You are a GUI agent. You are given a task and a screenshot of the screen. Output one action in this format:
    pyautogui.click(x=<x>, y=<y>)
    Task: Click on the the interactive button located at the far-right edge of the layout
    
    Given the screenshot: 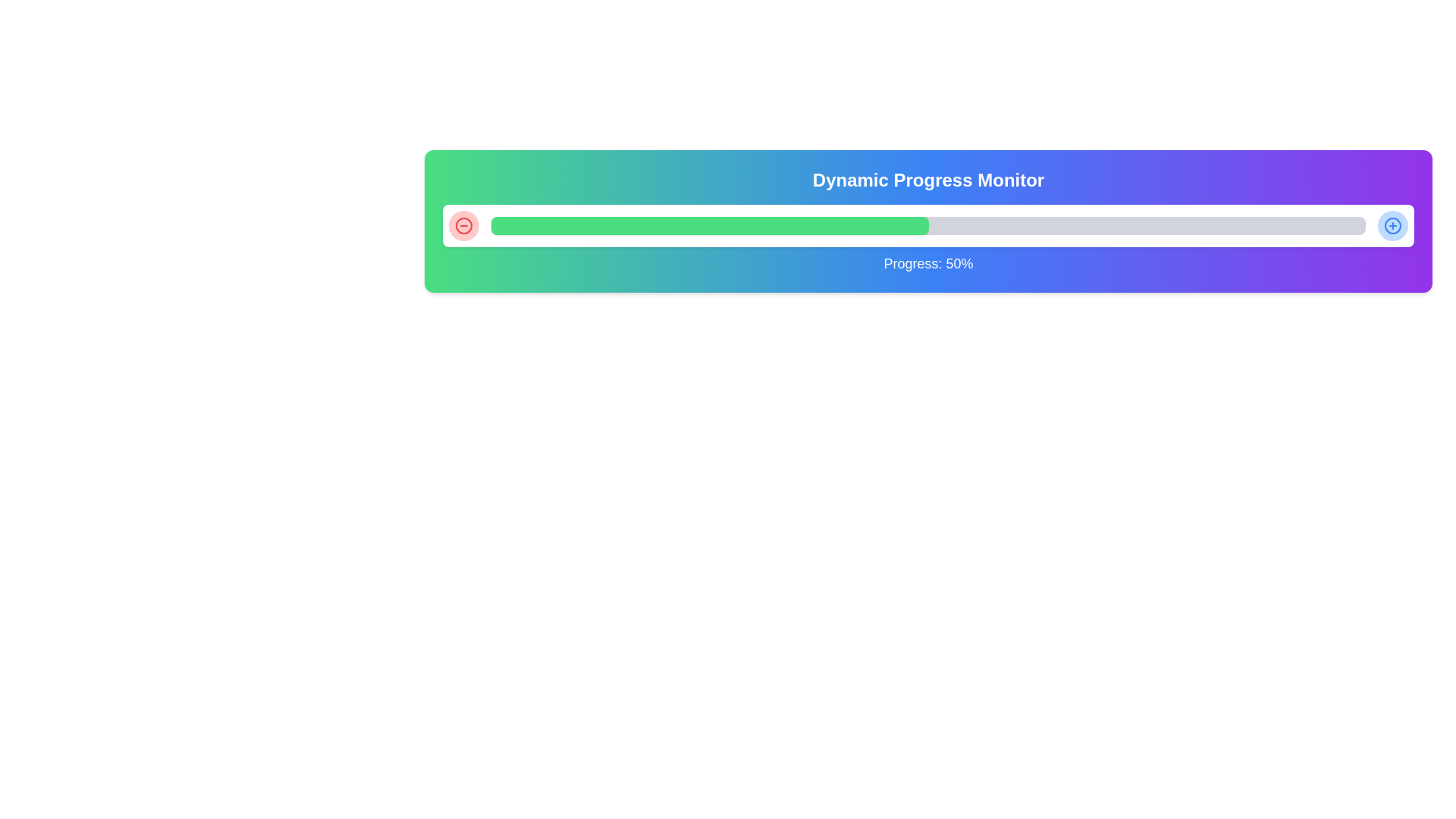 What is the action you would take?
    pyautogui.click(x=1393, y=225)
    